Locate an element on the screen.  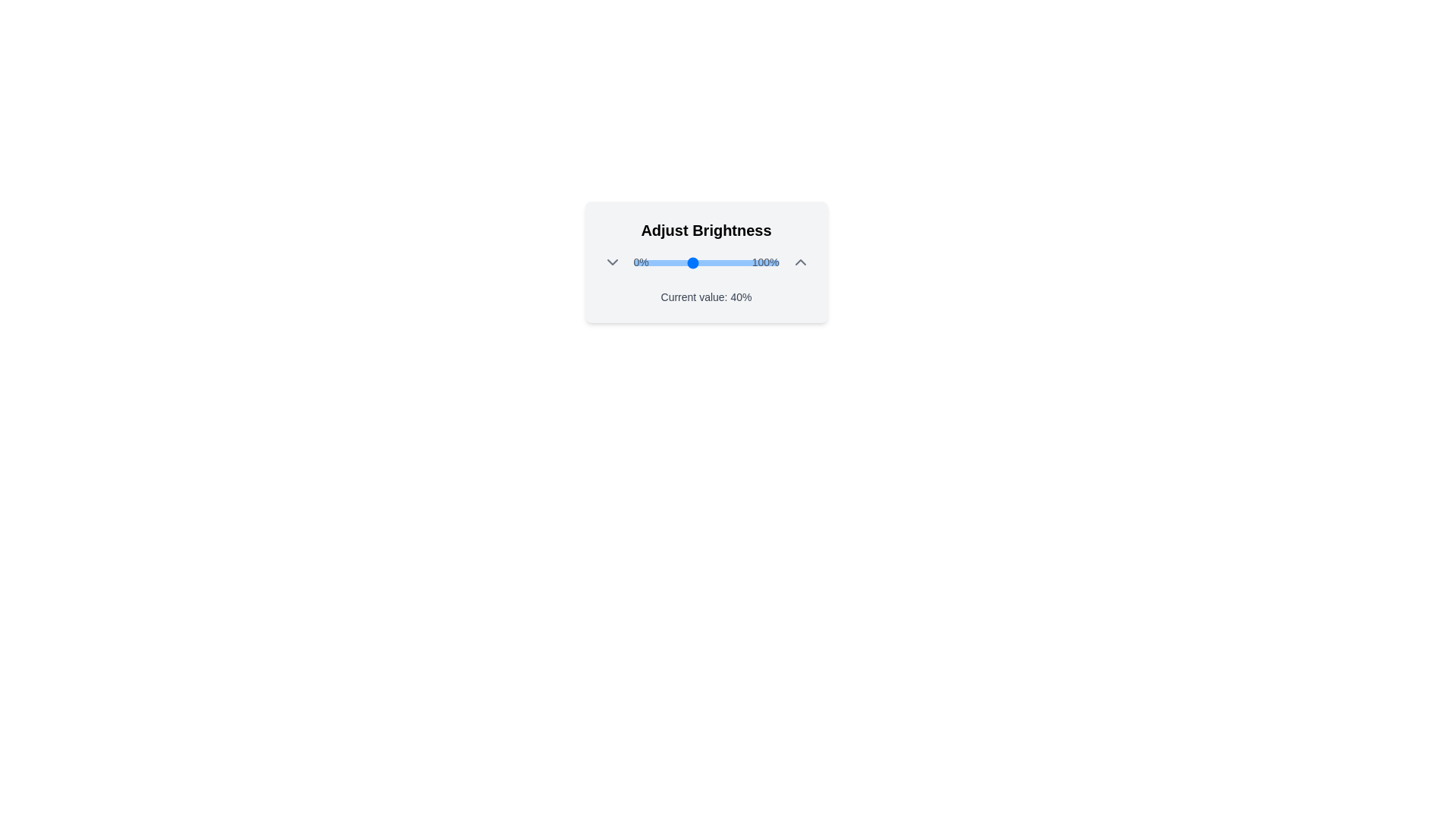
brightness is located at coordinates (752, 262).